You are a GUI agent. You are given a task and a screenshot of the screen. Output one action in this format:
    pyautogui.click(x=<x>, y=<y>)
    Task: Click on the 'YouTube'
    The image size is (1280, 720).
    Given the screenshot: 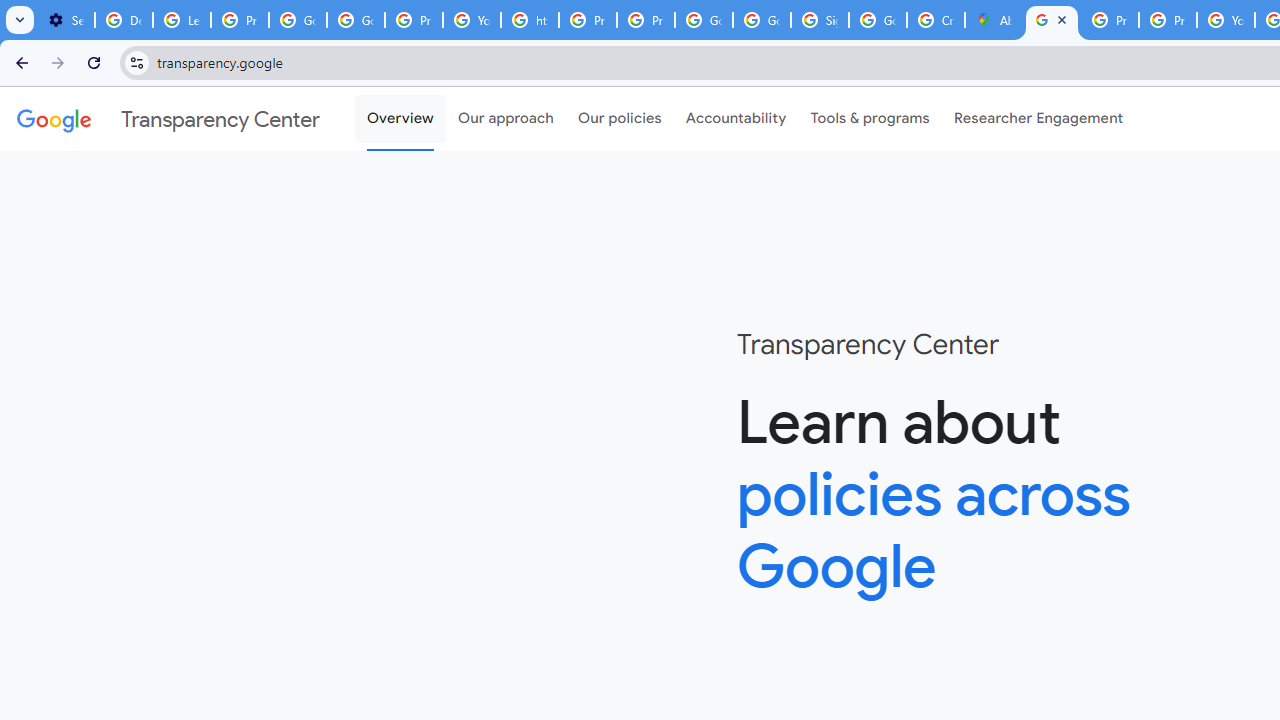 What is the action you would take?
    pyautogui.click(x=1225, y=20)
    